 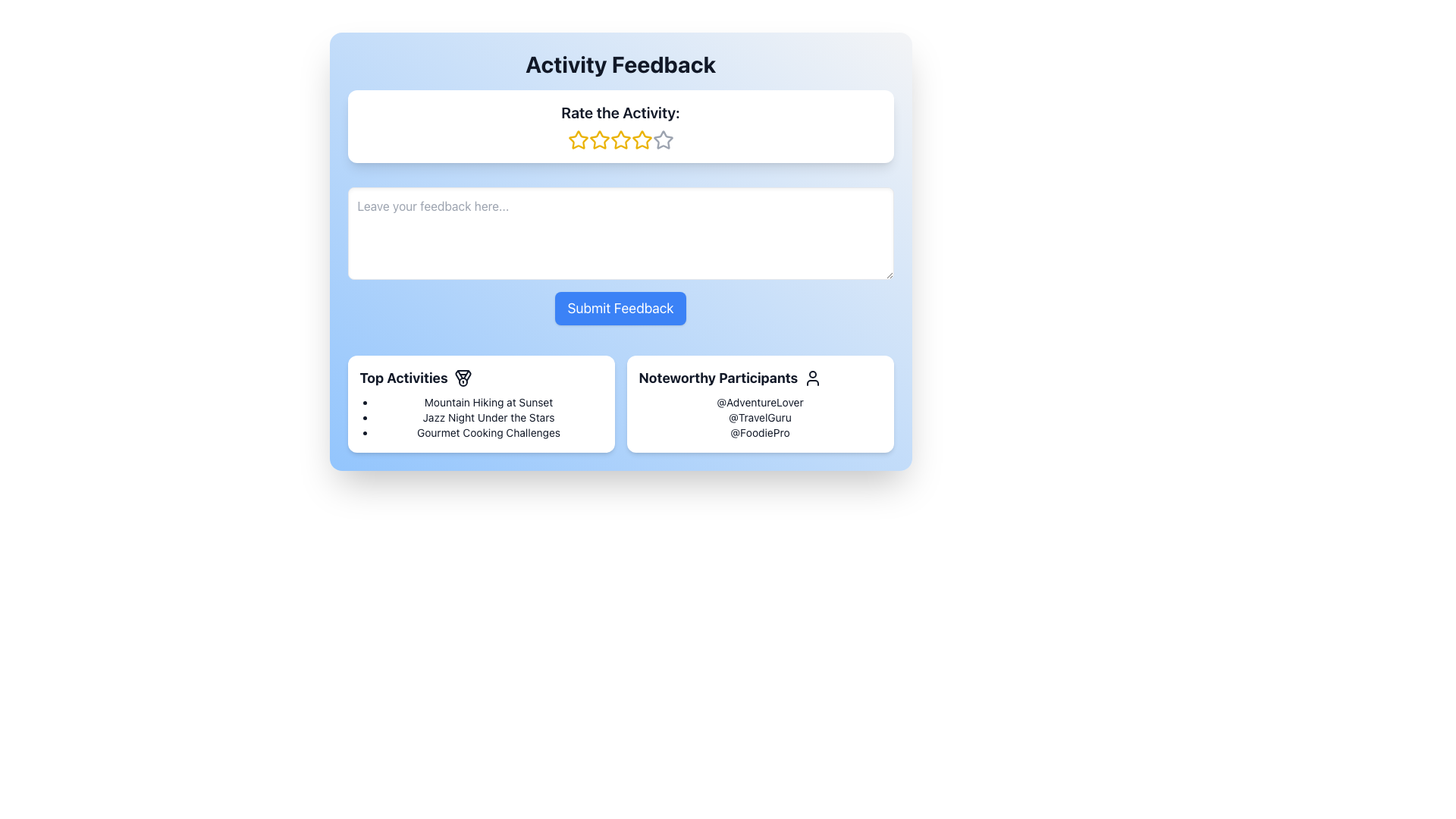 I want to click on the second item in the bulleted list within the 'Top Activities' section, which serves as an informative text label, so click(x=488, y=418).